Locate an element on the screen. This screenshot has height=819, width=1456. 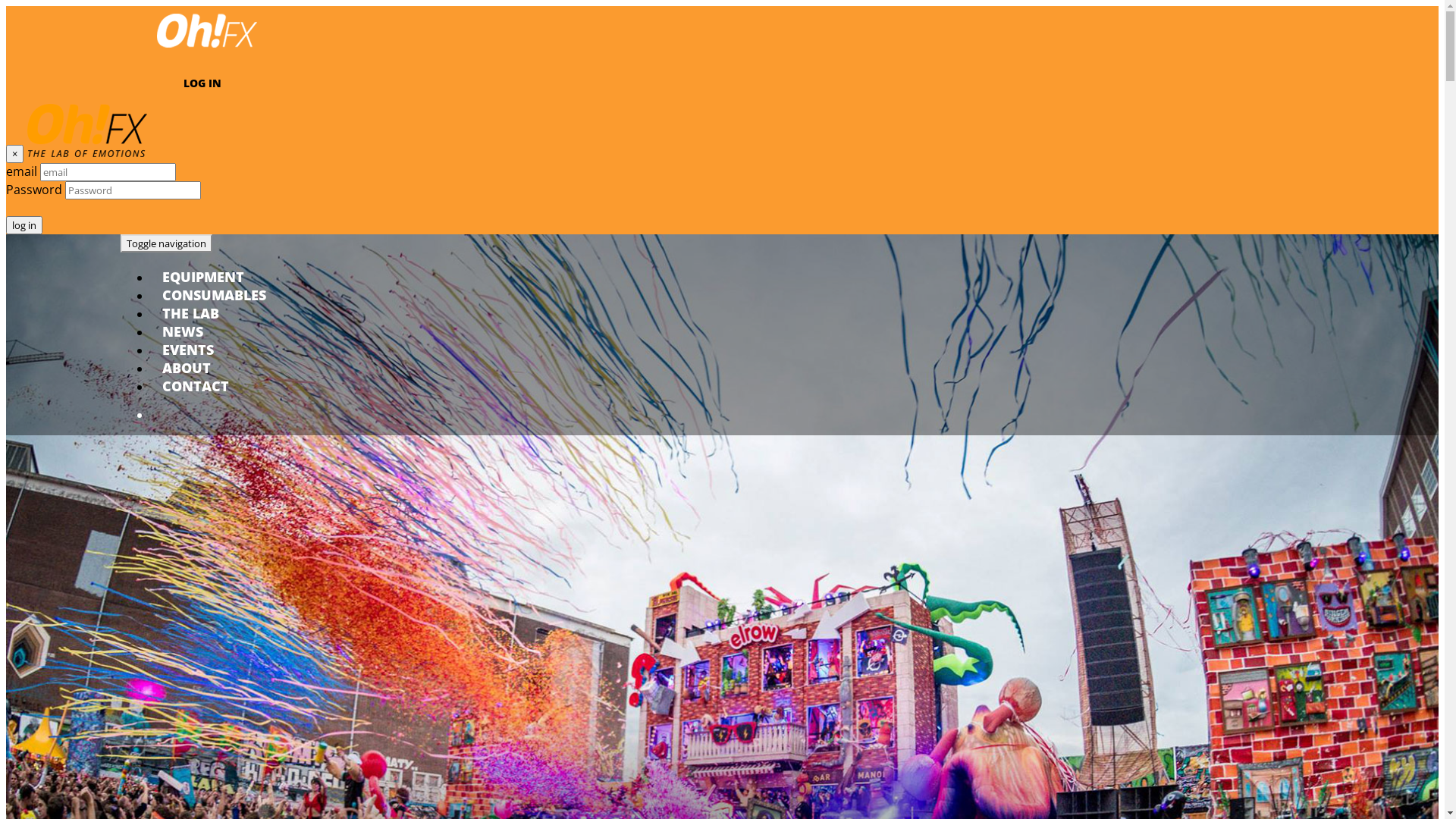
'EQUIPMENT' is located at coordinates (202, 277).